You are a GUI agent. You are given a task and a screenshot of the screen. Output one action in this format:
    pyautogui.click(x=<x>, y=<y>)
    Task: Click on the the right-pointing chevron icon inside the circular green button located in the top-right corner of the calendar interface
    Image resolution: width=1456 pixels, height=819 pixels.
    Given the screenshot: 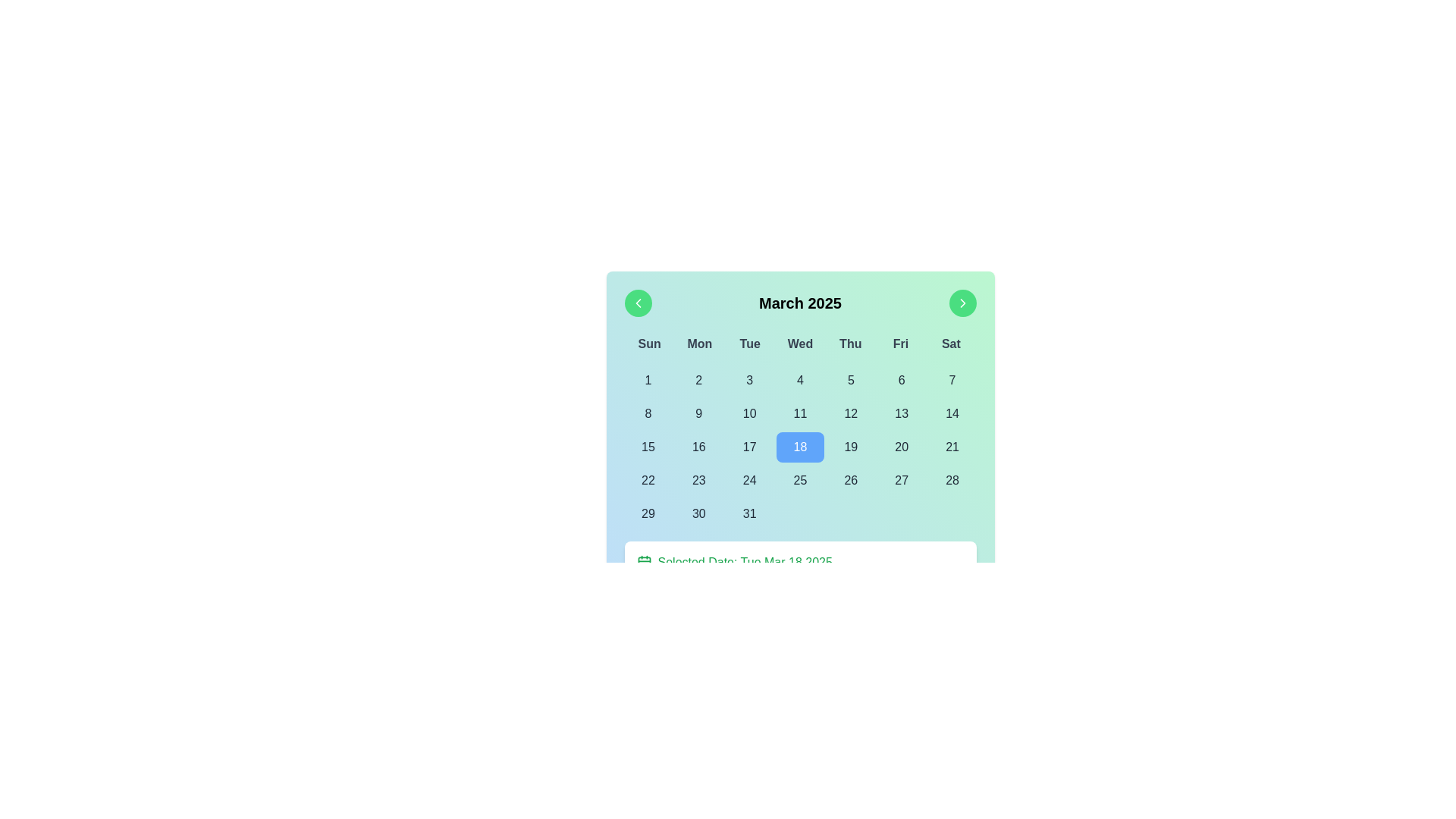 What is the action you would take?
    pyautogui.click(x=962, y=303)
    